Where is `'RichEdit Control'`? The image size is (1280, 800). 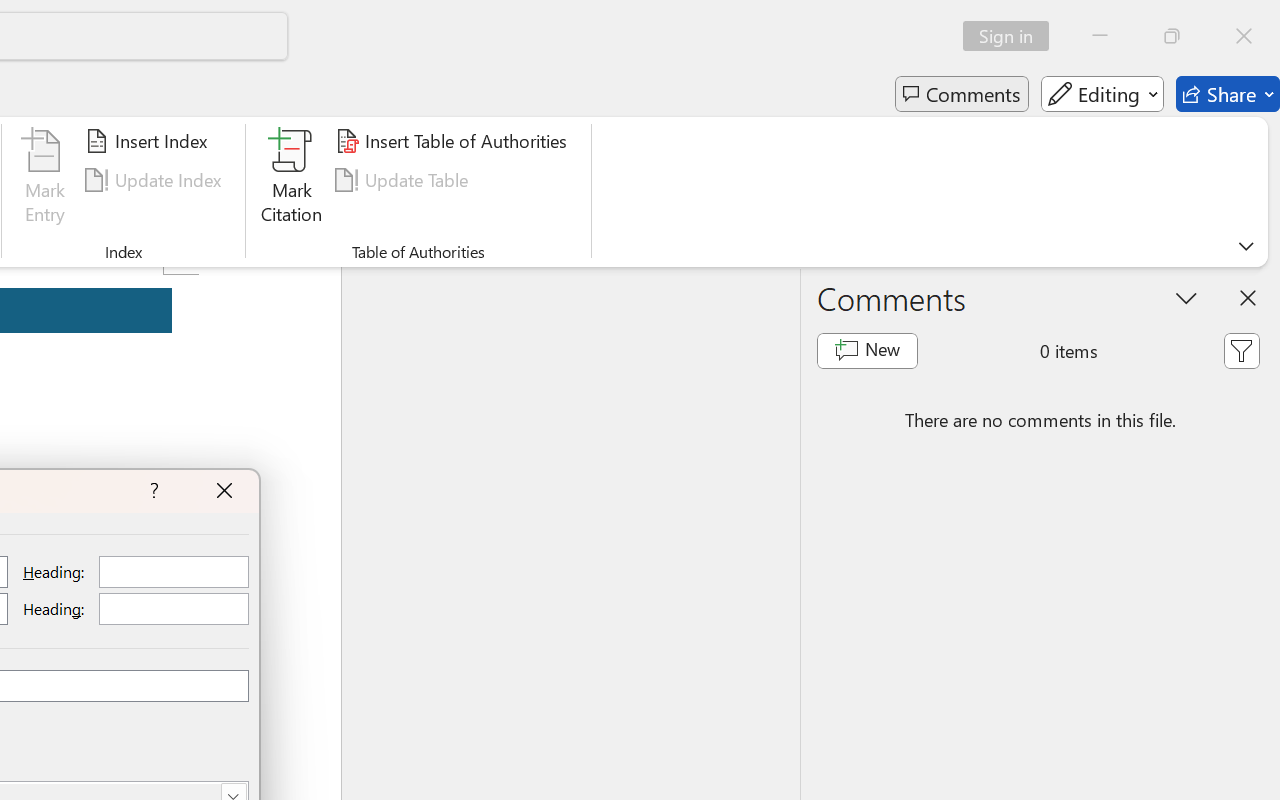 'RichEdit Control' is located at coordinates (174, 609).